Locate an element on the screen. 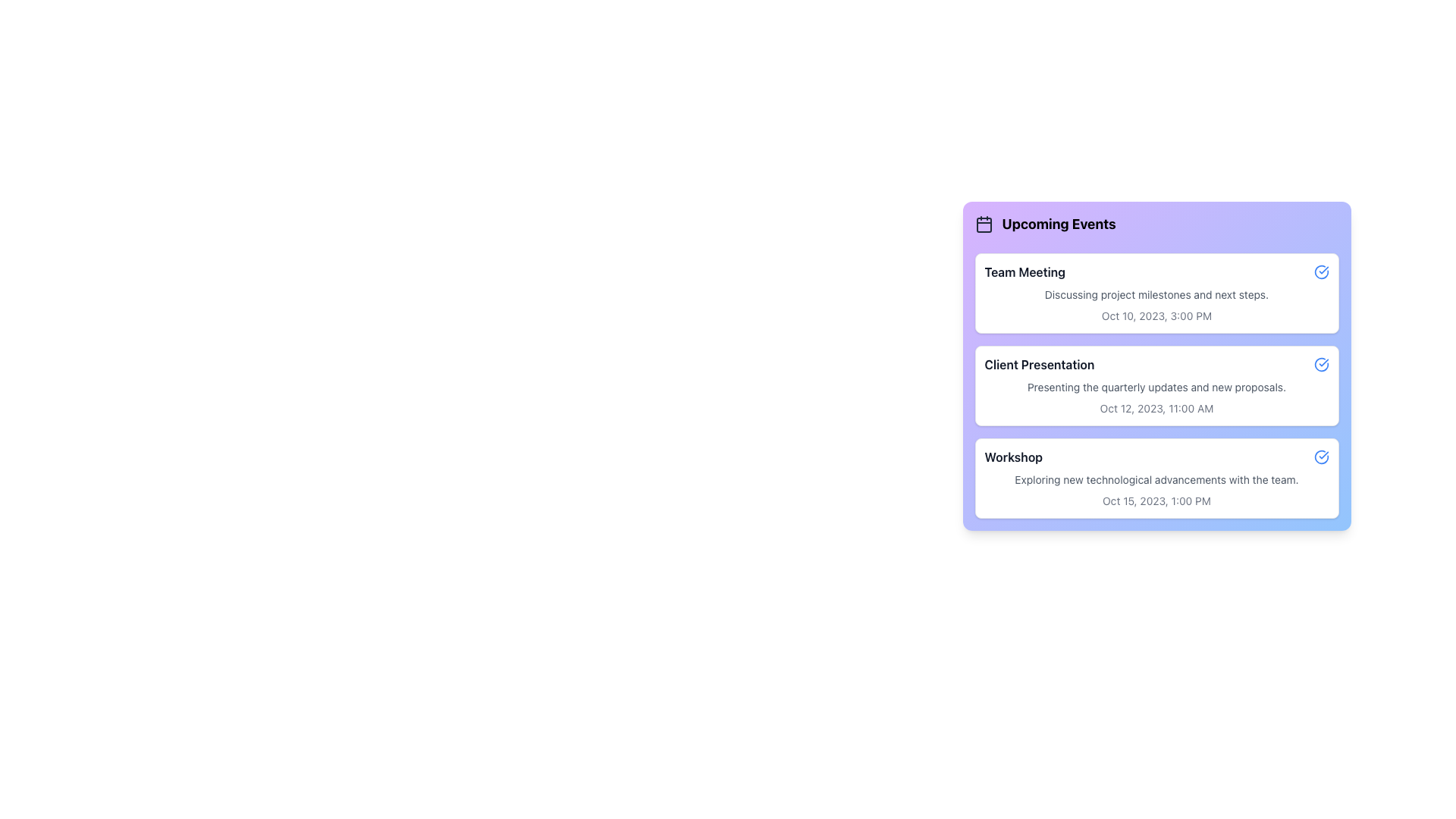 This screenshot has width=1456, height=819. the static text label that indicates the time of day for the event scheduled at '11:00 AM', located in the bottom right part of the text block in the 'Upcoming Events' section is located at coordinates (1190, 407).